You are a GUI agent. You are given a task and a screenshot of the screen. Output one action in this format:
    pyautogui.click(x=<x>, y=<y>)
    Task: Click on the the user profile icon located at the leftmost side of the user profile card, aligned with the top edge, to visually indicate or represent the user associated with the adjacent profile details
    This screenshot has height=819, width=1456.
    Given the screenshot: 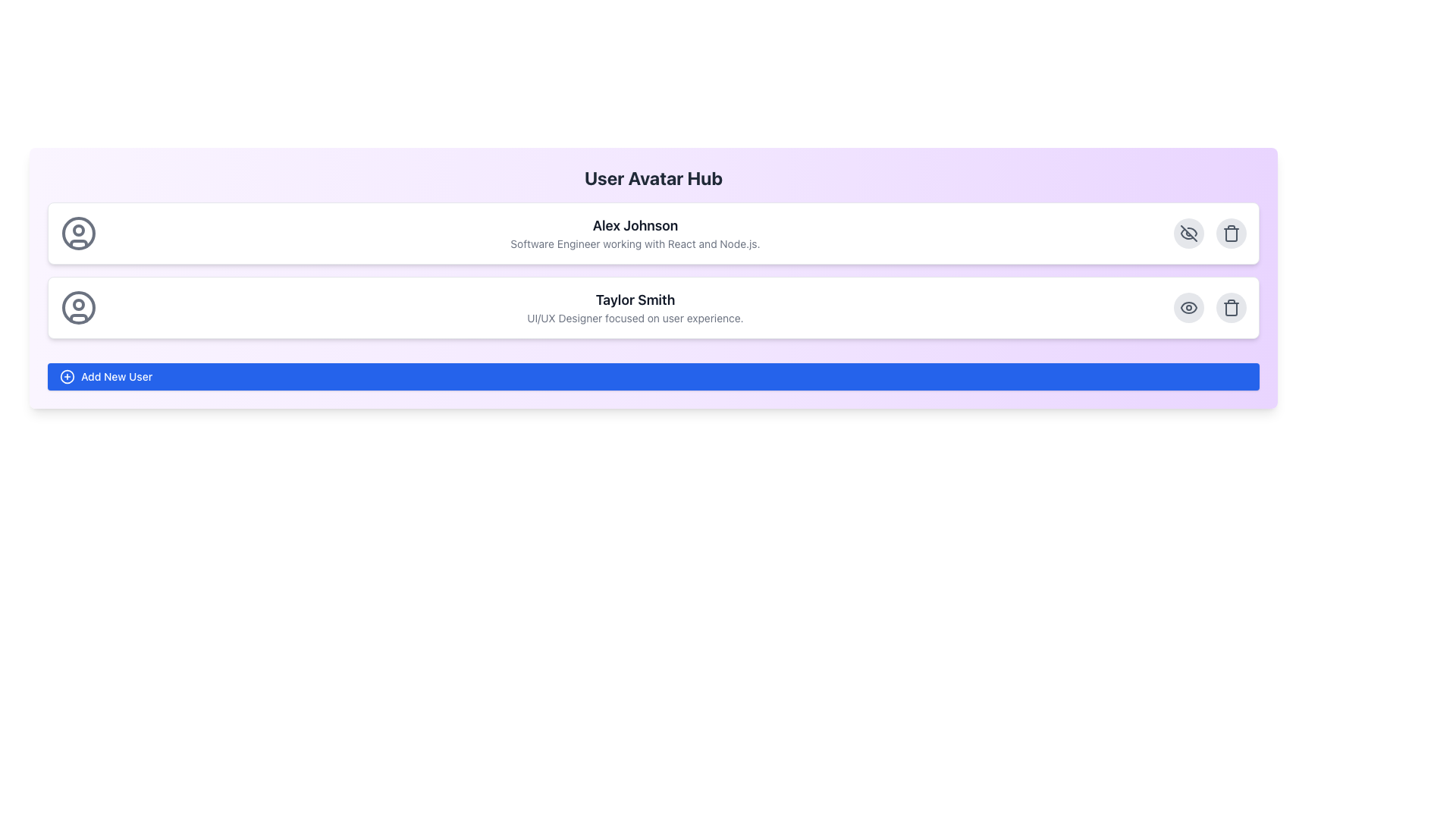 What is the action you would take?
    pyautogui.click(x=78, y=234)
    